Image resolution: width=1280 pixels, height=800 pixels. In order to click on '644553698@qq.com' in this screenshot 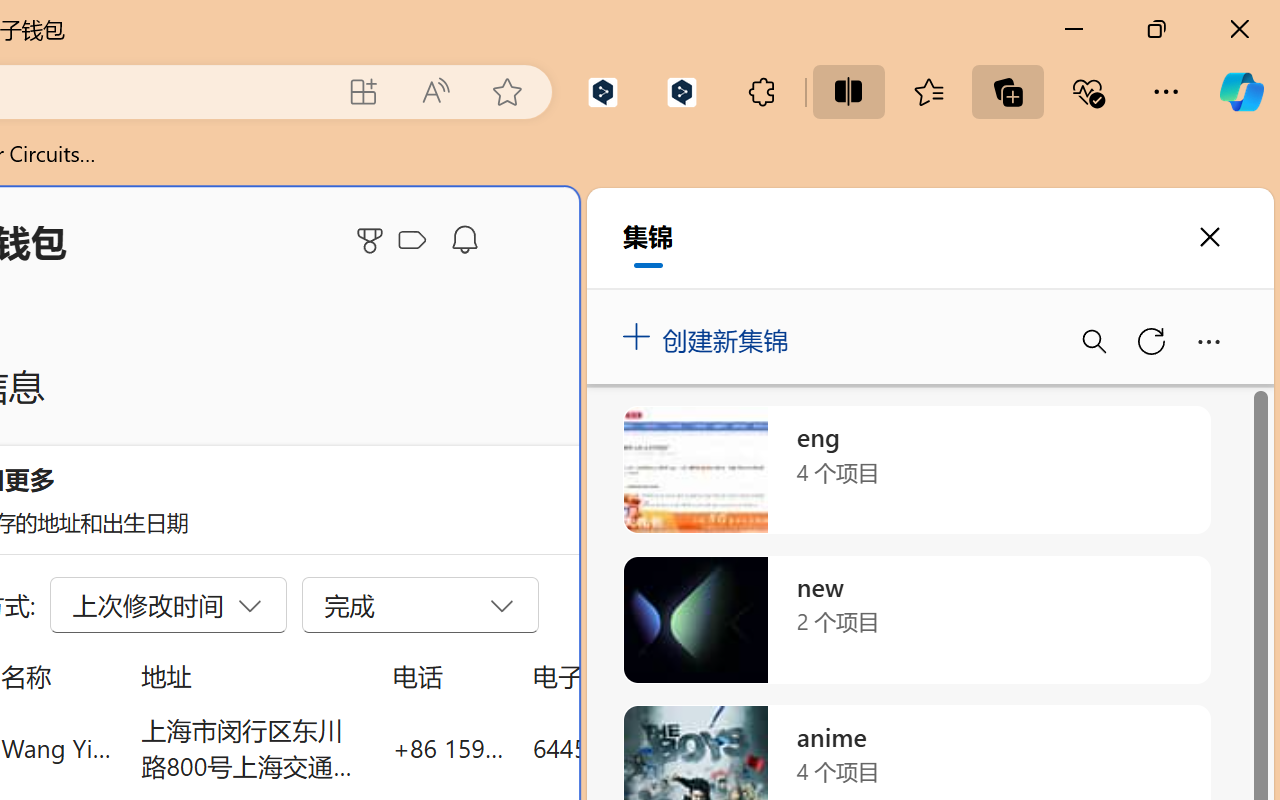, I will do `click(644, 747)`.